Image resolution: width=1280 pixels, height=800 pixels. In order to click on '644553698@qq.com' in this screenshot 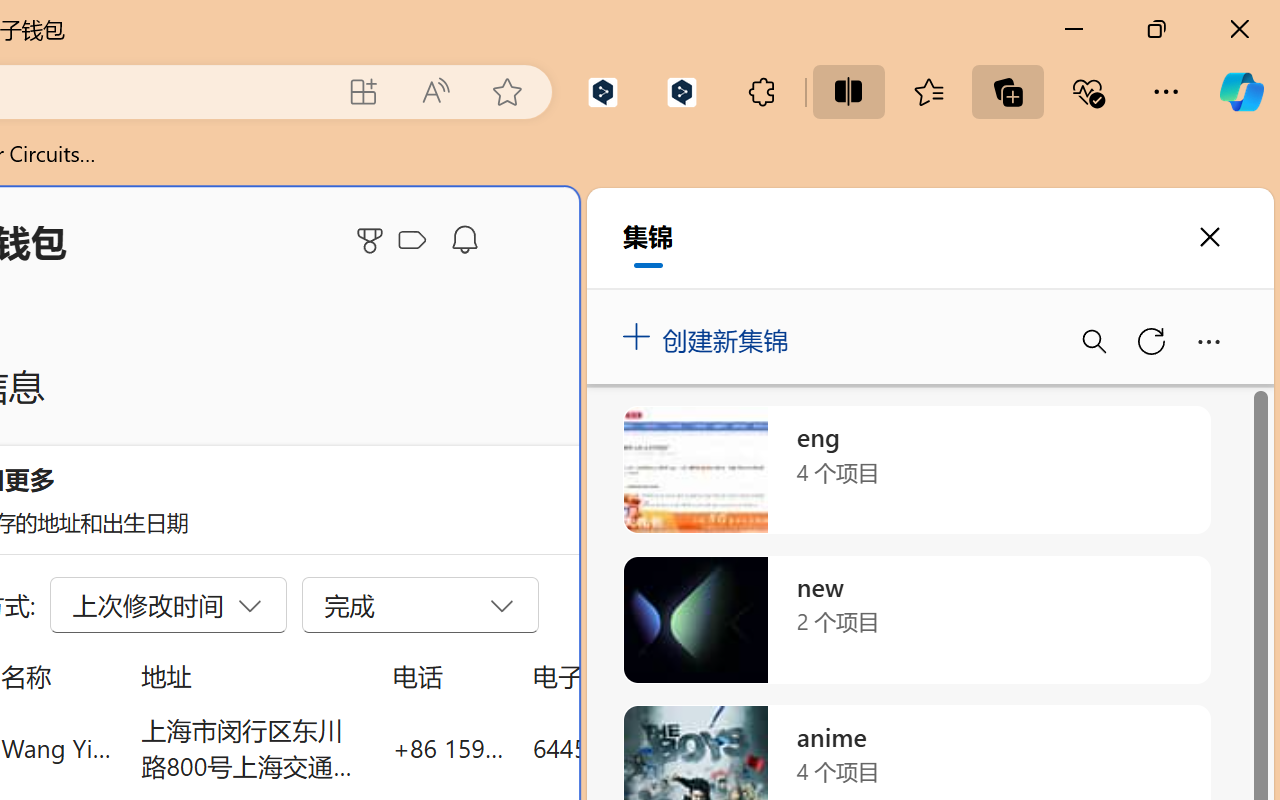, I will do `click(644, 747)`.